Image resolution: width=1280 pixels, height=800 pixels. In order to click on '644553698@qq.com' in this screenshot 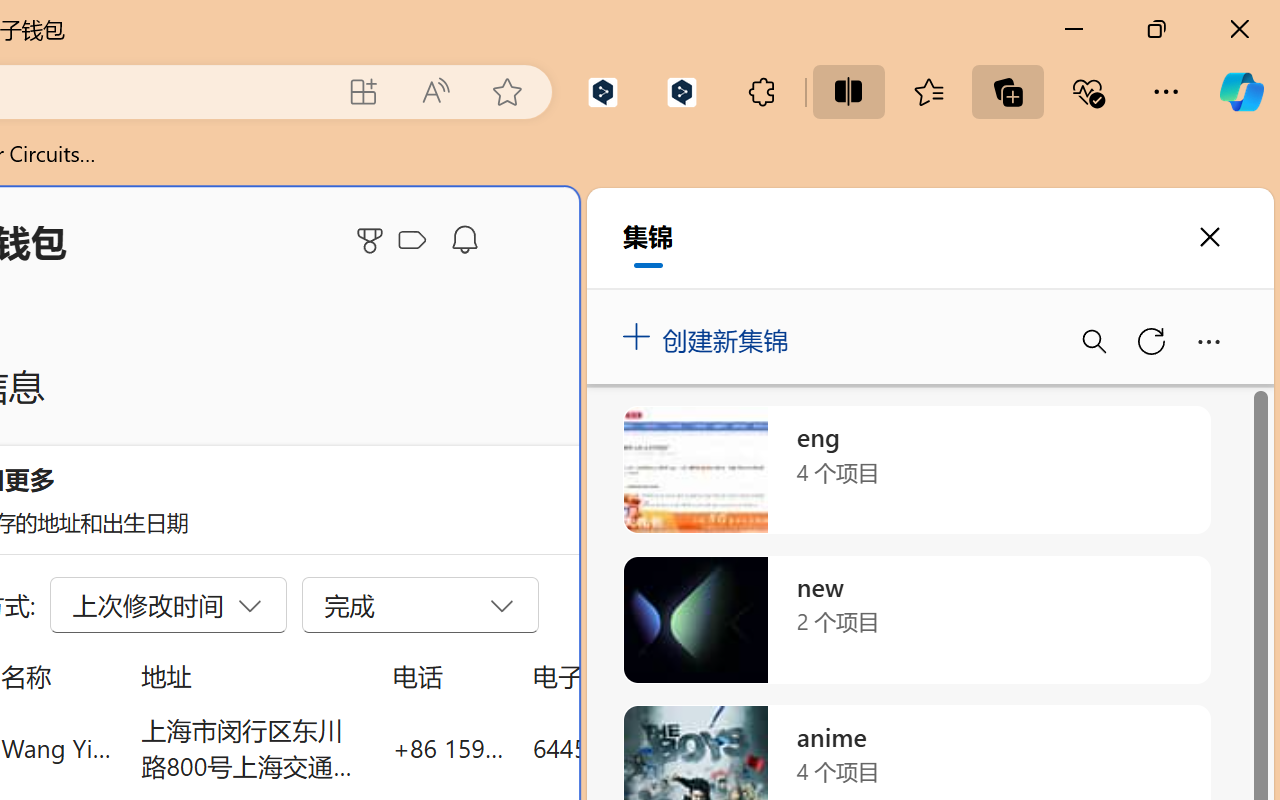, I will do `click(644, 747)`.